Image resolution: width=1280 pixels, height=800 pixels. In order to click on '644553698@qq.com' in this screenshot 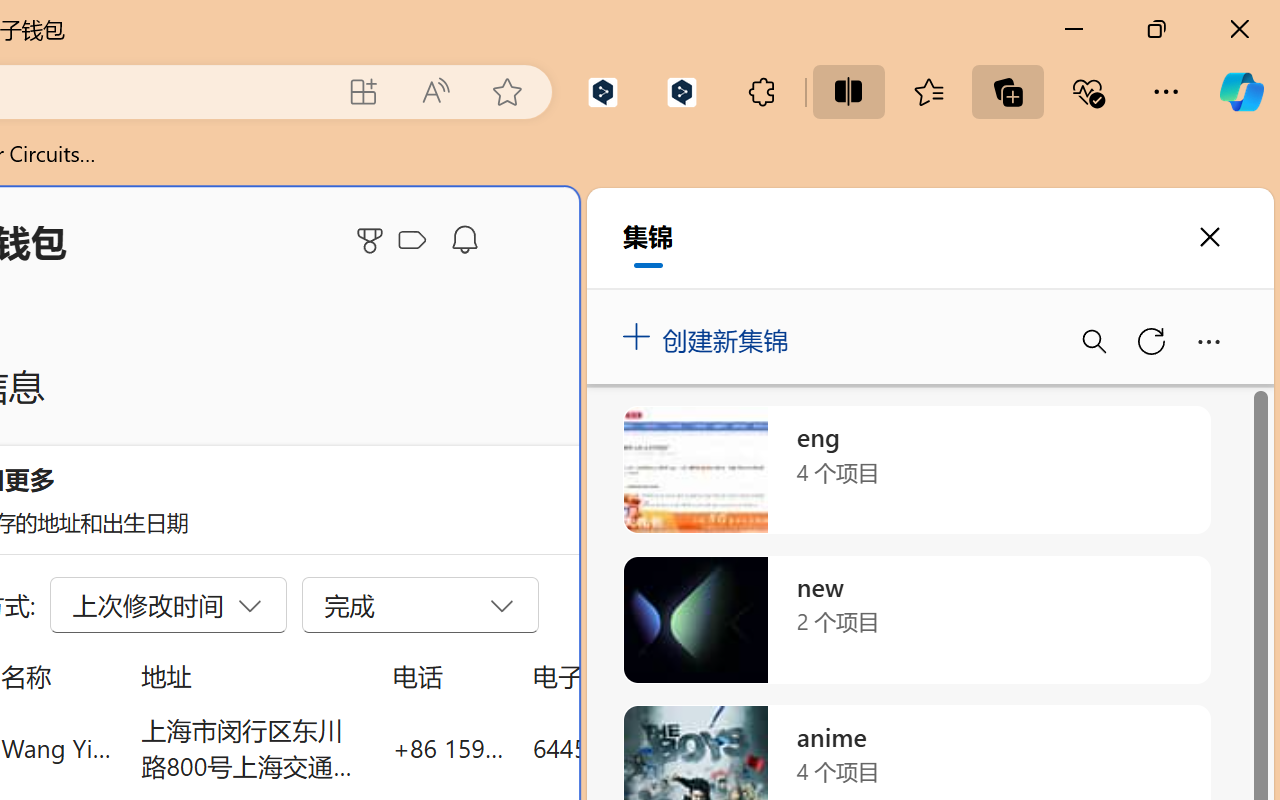, I will do `click(644, 747)`.